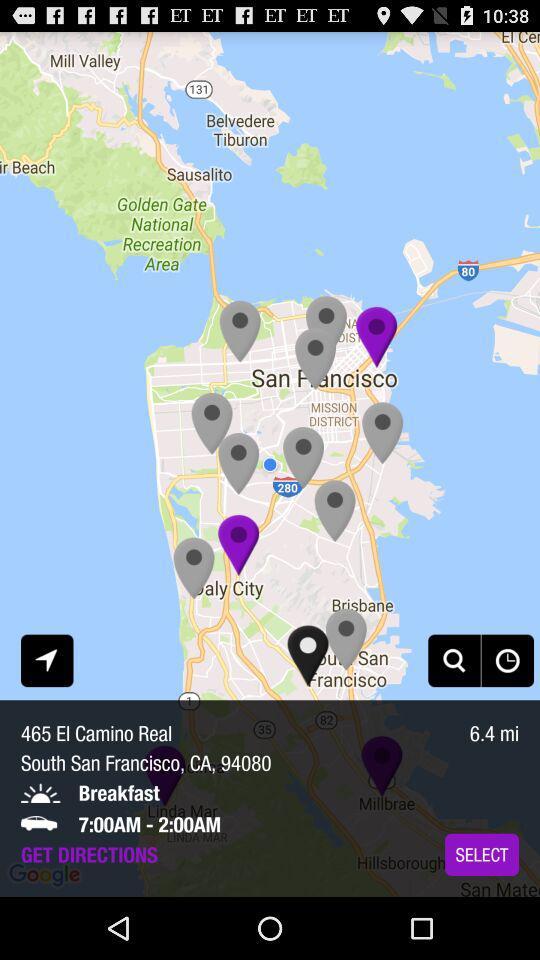 This screenshot has width=540, height=960. I want to click on the navigation icon, so click(47, 707).